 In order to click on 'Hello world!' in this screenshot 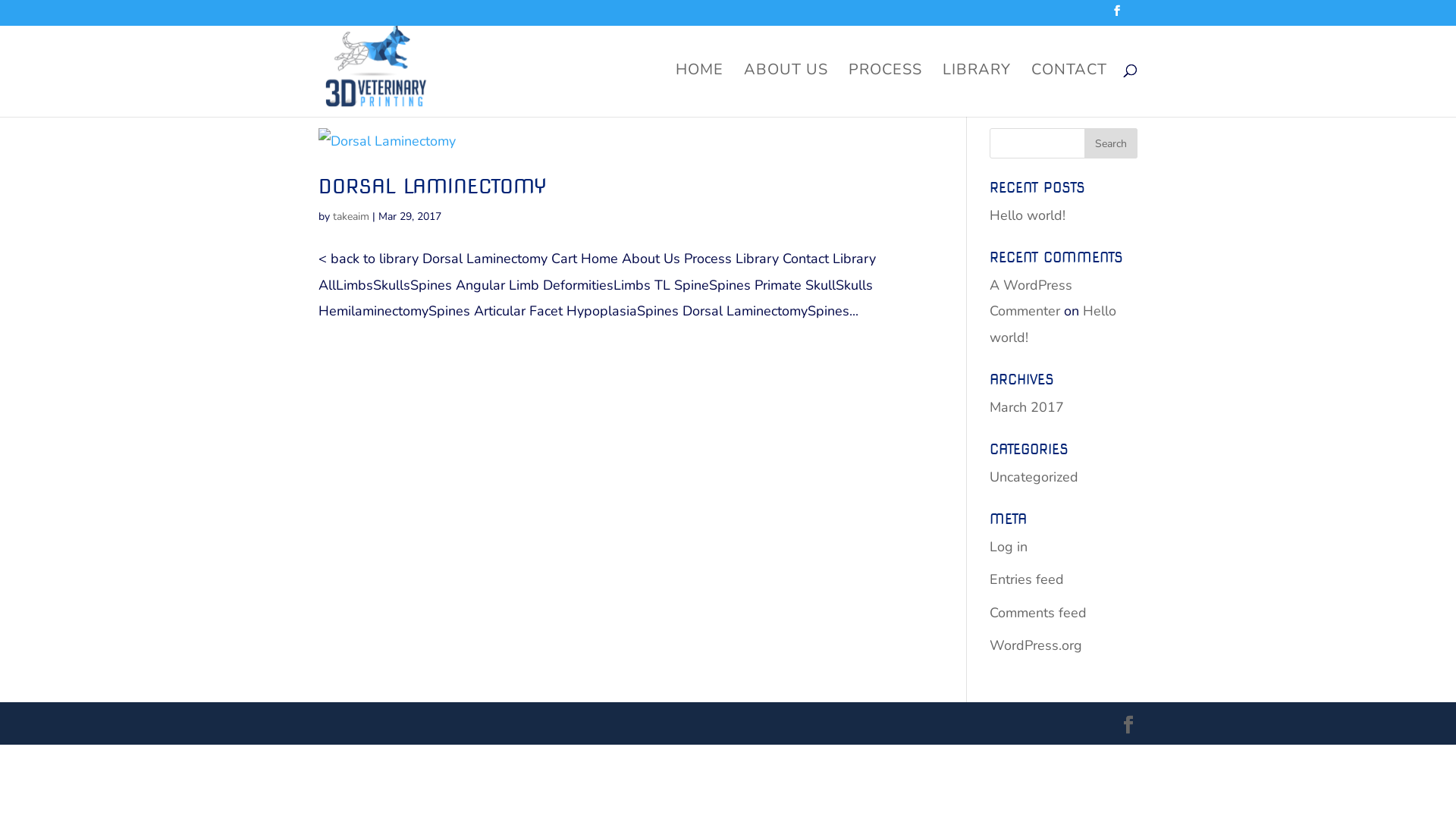, I will do `click(1027, 215)`.